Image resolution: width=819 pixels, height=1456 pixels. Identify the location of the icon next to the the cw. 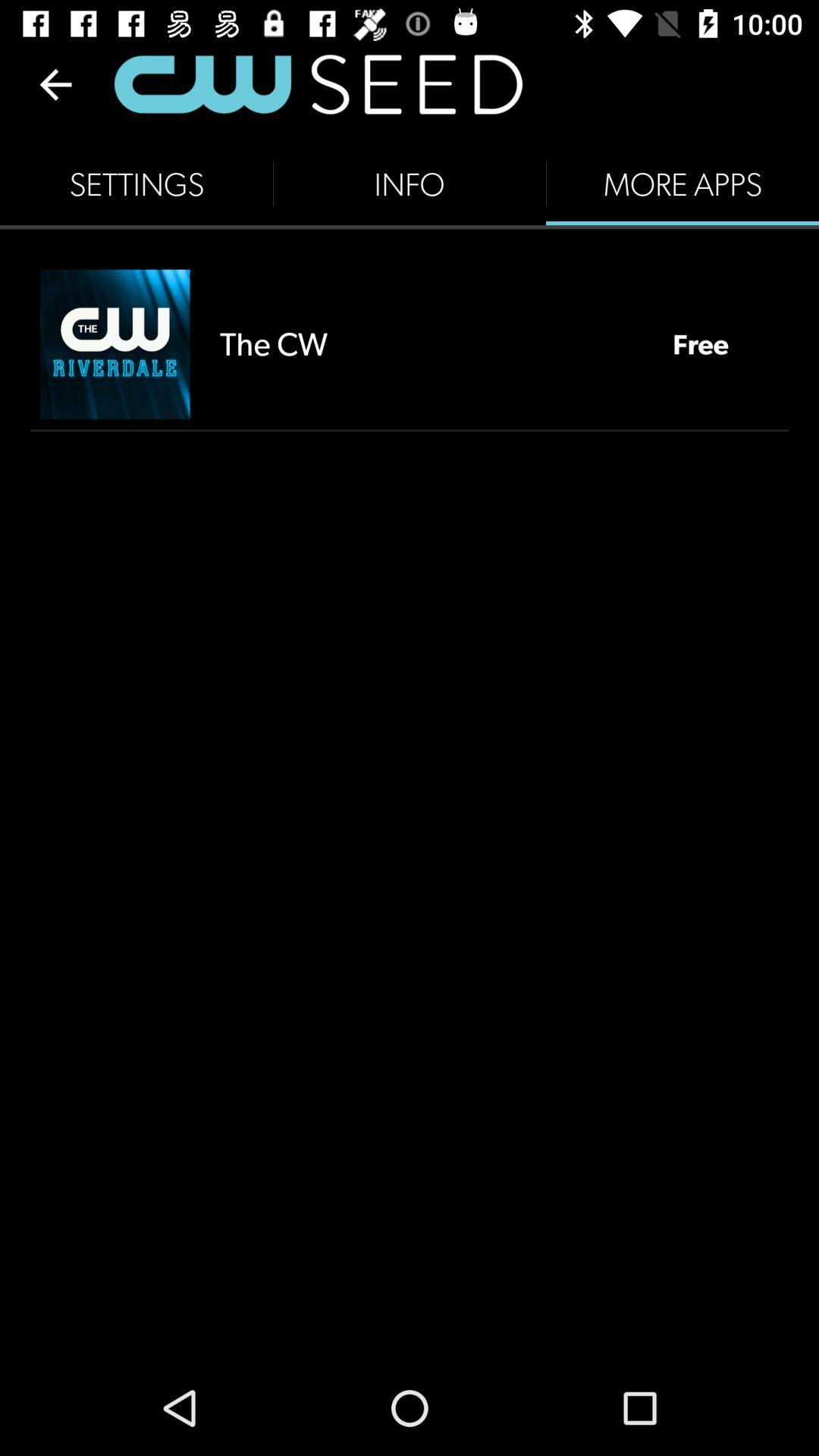
(114, 344).